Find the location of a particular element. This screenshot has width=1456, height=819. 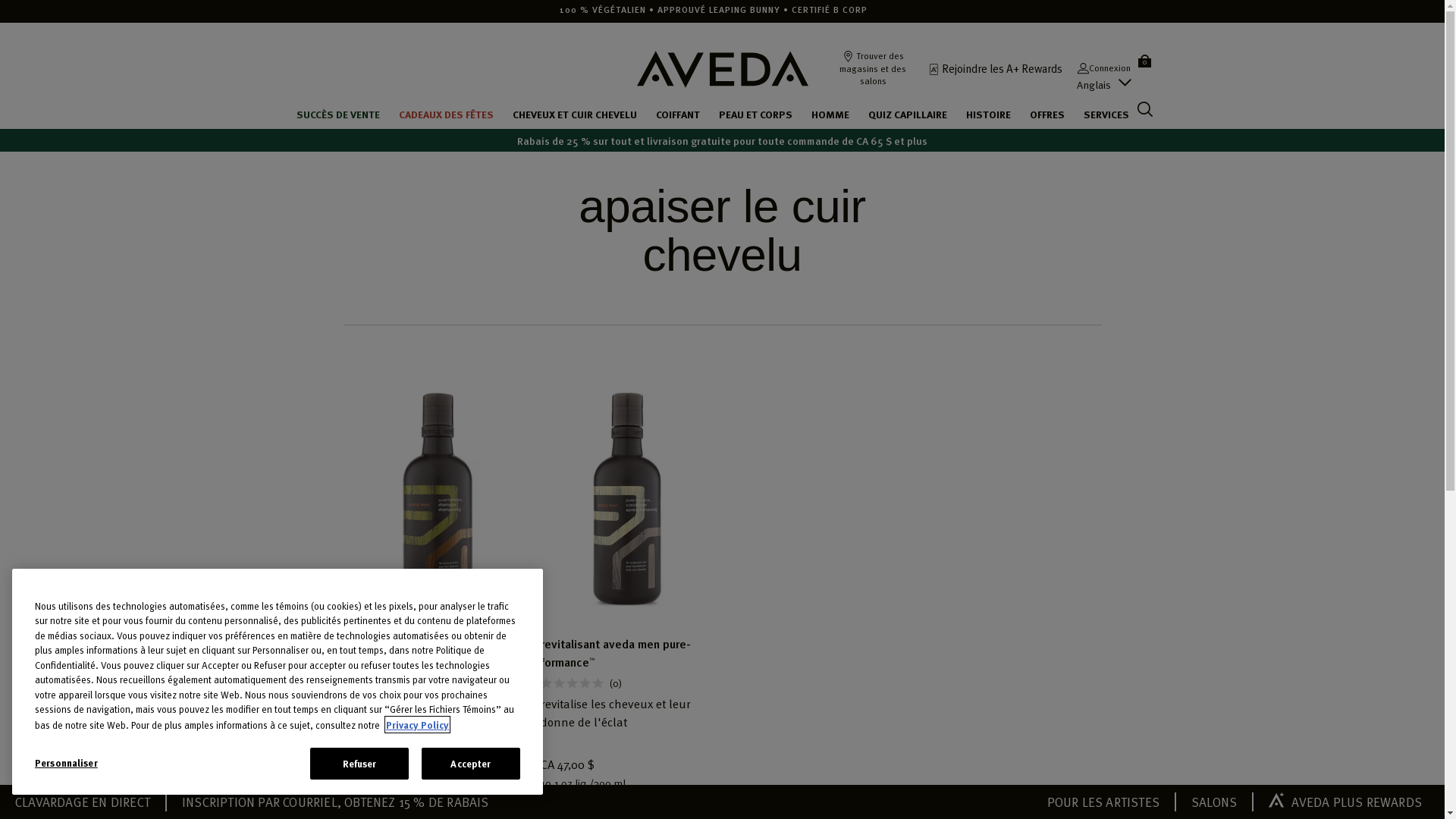

'COIFFANT' is located at coordinates (676, 113).